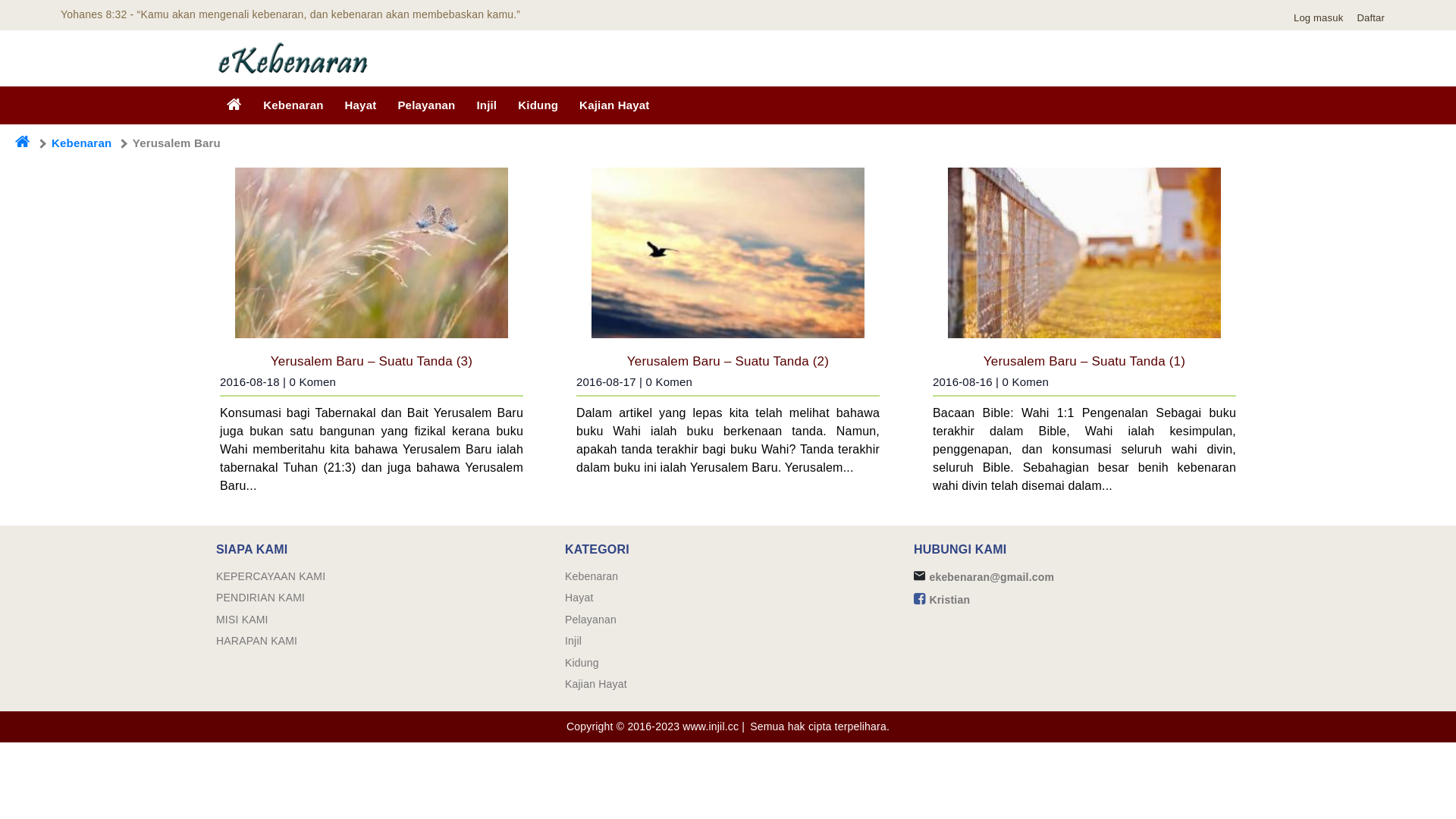 This screenshot has width=1456, height=819. I want to click on 'KEPERCAYAAN KAMI', so click(270, 576).